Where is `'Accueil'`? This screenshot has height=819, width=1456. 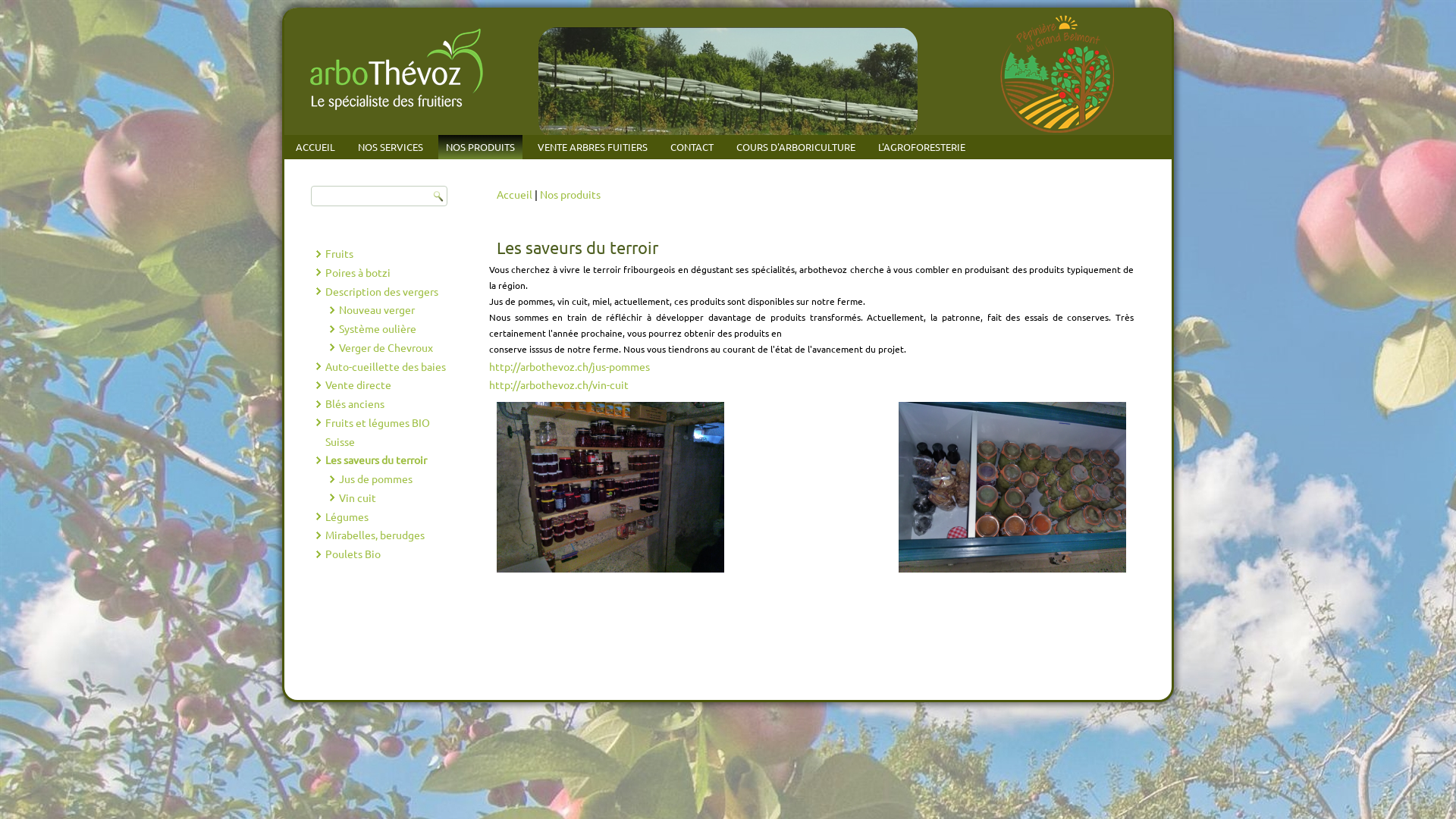
'Accueil' is located at coordinates (514, 193).